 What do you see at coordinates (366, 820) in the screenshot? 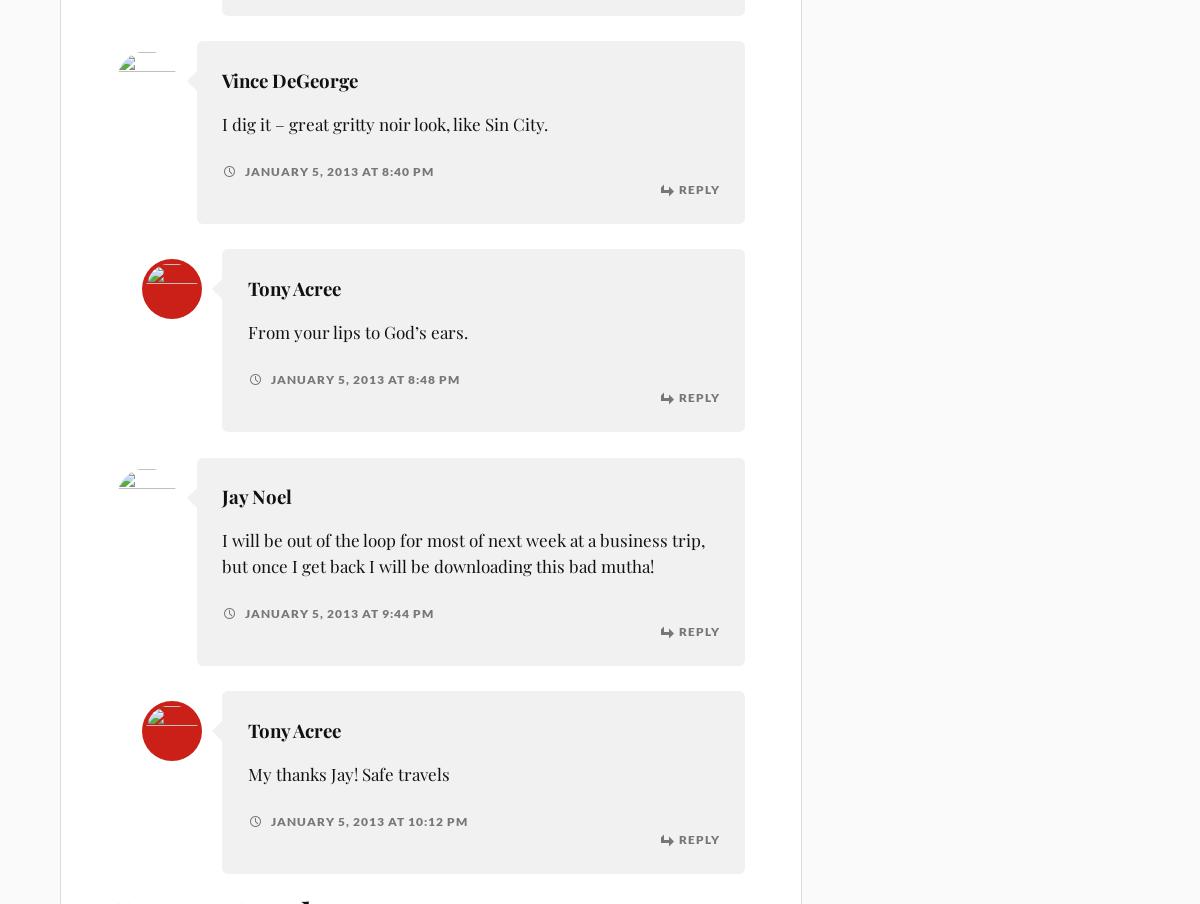
I see `'January 5, 2013 at 10:12 pm'` at bounding box center [366, 820].